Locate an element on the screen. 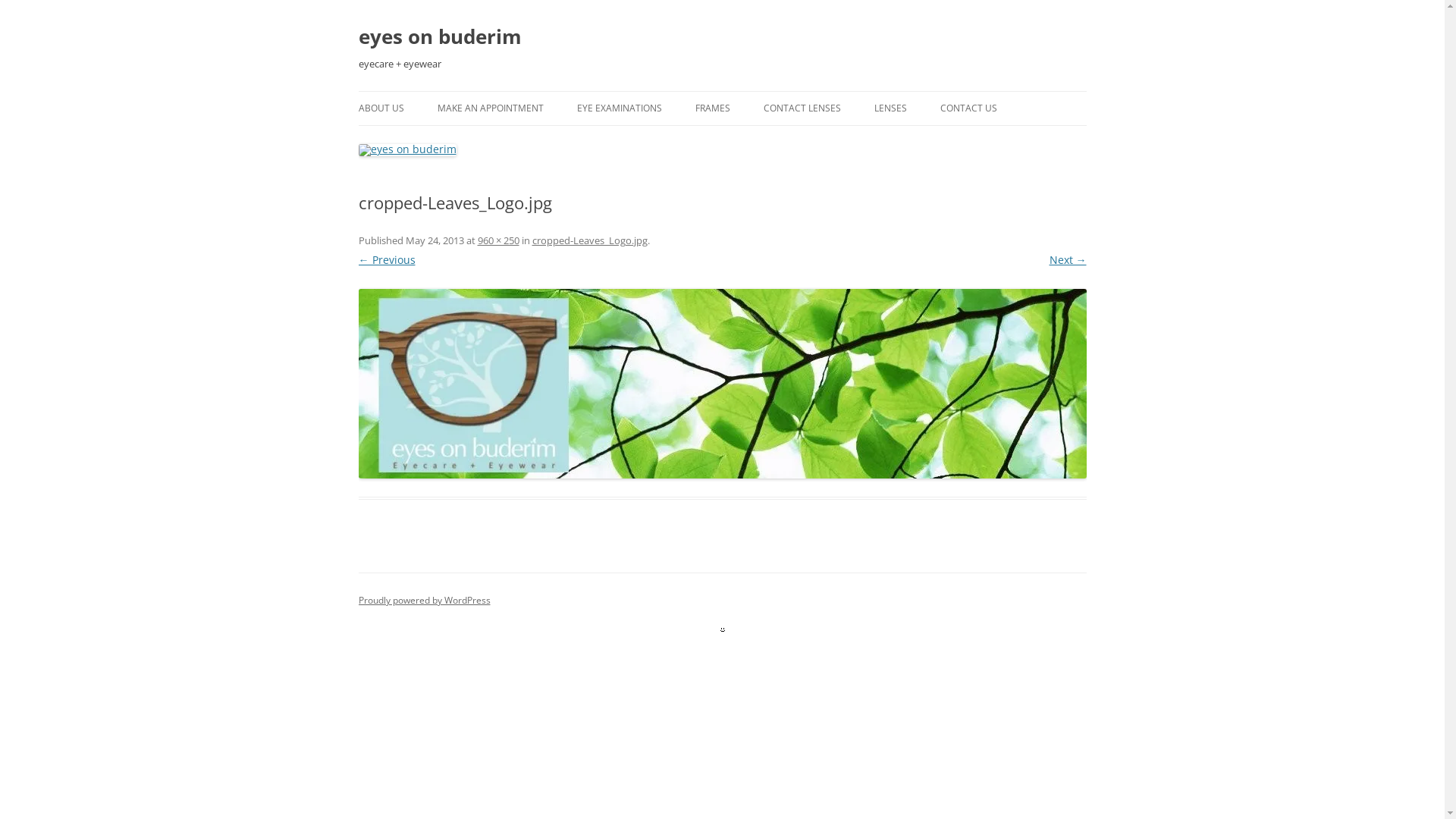  'FRAMES' is located at coordinates (711, 107).